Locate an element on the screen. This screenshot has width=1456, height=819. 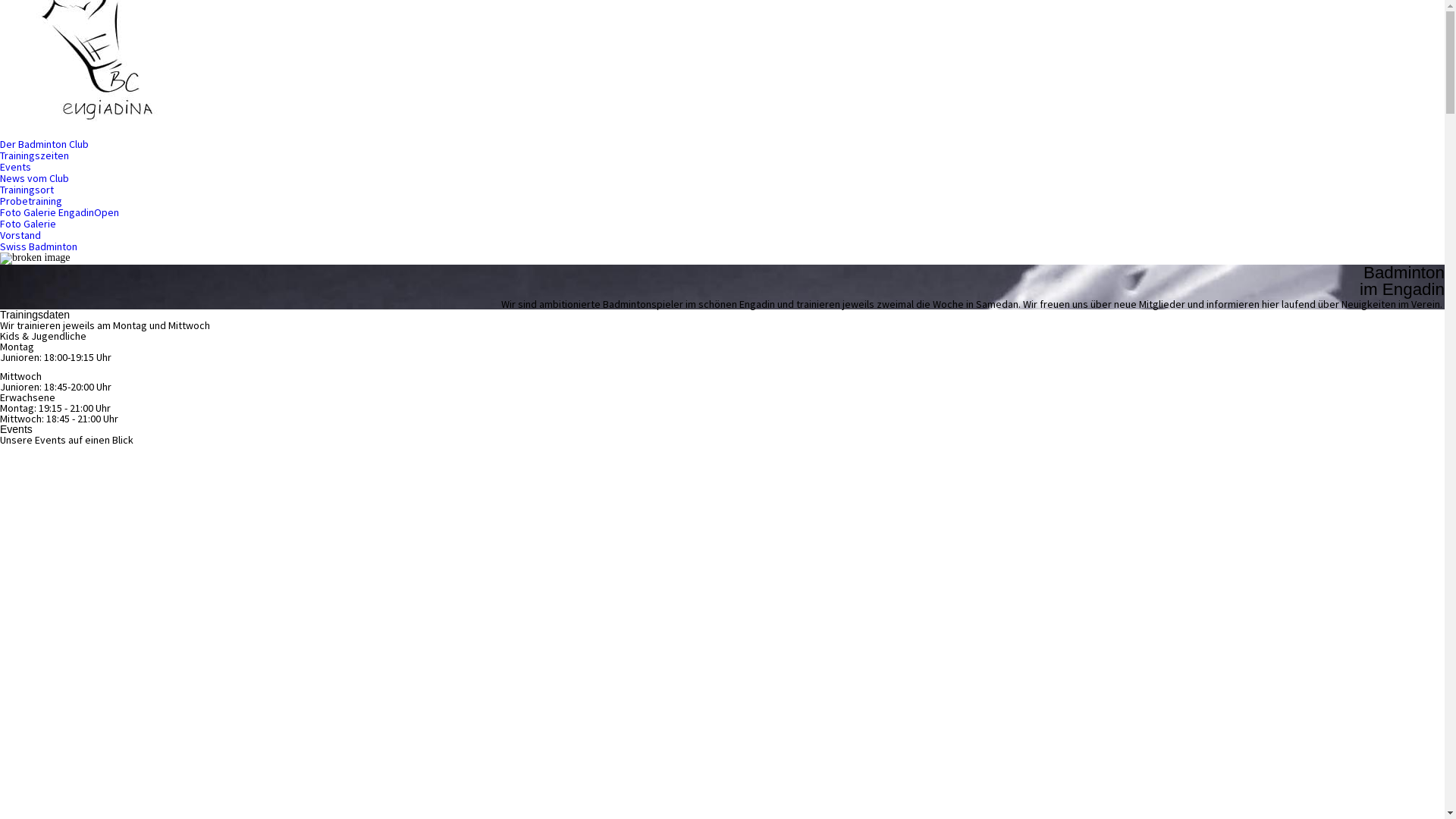
'Swiss Badminton' is located at coordinates (39, 246).